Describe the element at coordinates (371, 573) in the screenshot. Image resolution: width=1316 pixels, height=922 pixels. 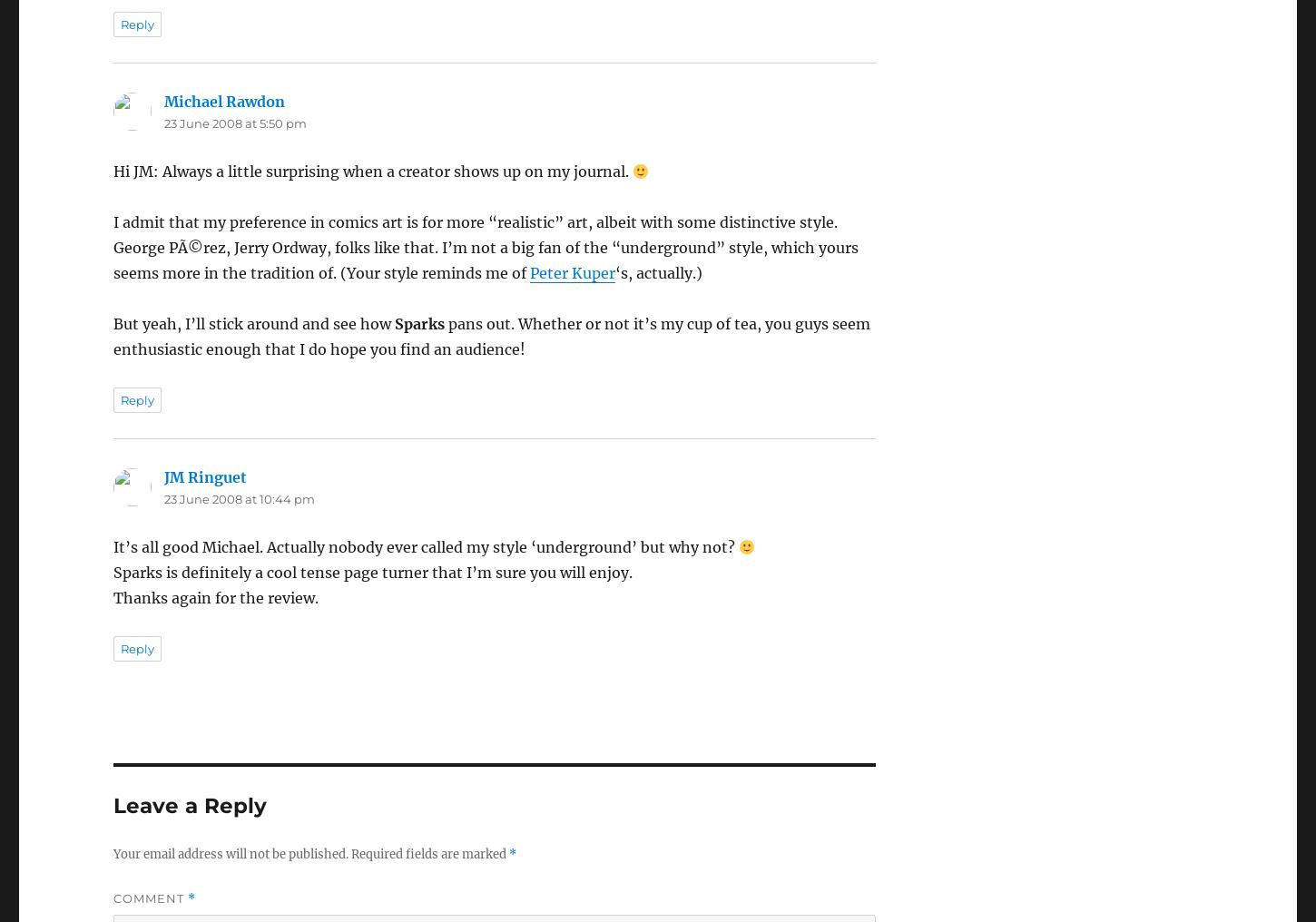
I see `'Sparks is definitely a cool tense page turner that I’m sure you will enjoy.'` at that location.